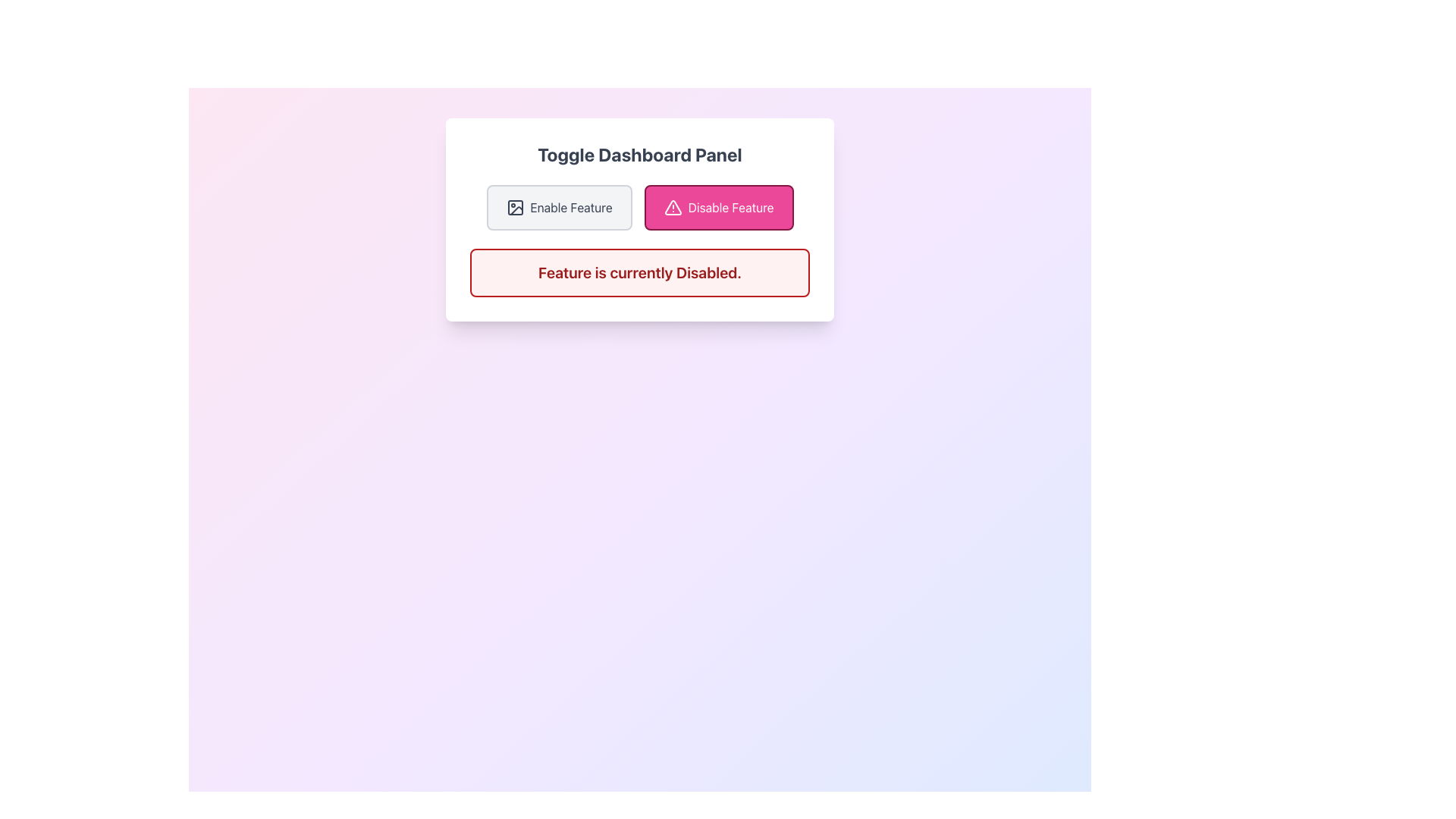  I want to click on the triangular alert icon located within the 'Disable Feature' button, which is to the right of the 'Enable Feature' button in the 'Toggle Dashboard Panel' section, so click(672, 207).